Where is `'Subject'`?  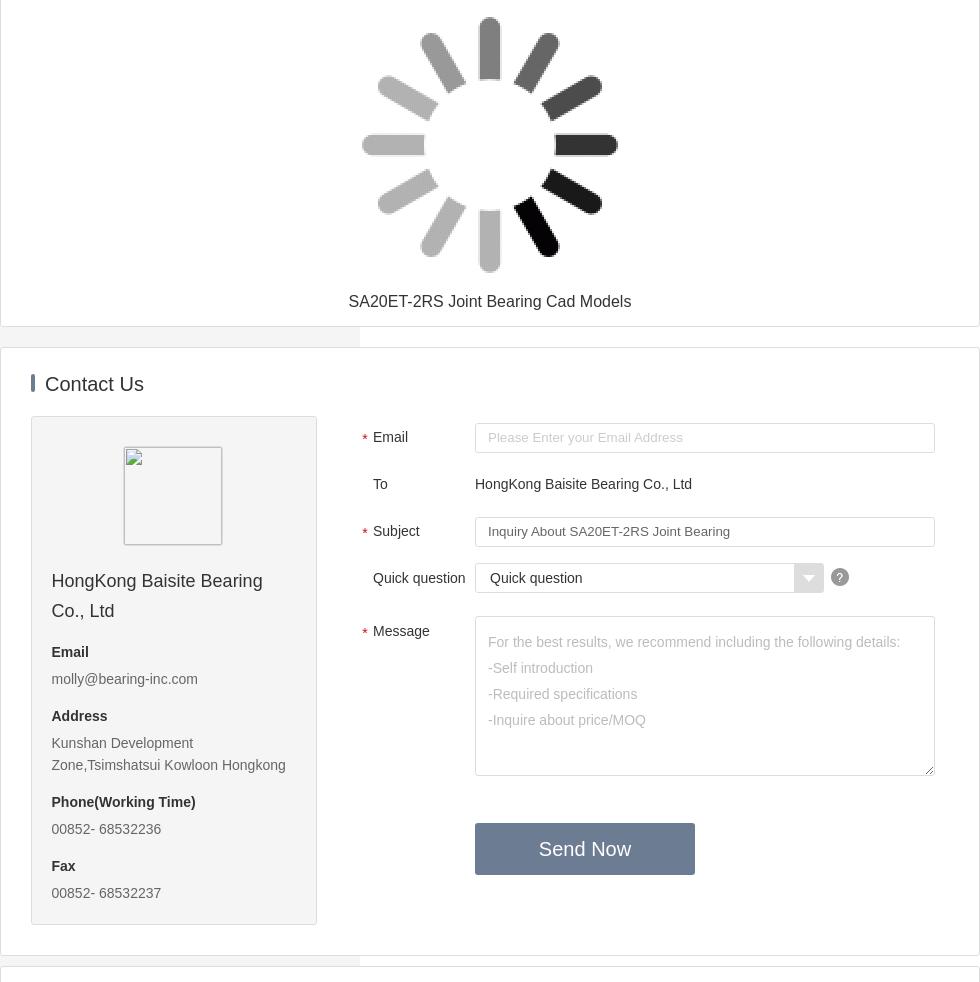 'Subject' is located at coordinates (396, 529).